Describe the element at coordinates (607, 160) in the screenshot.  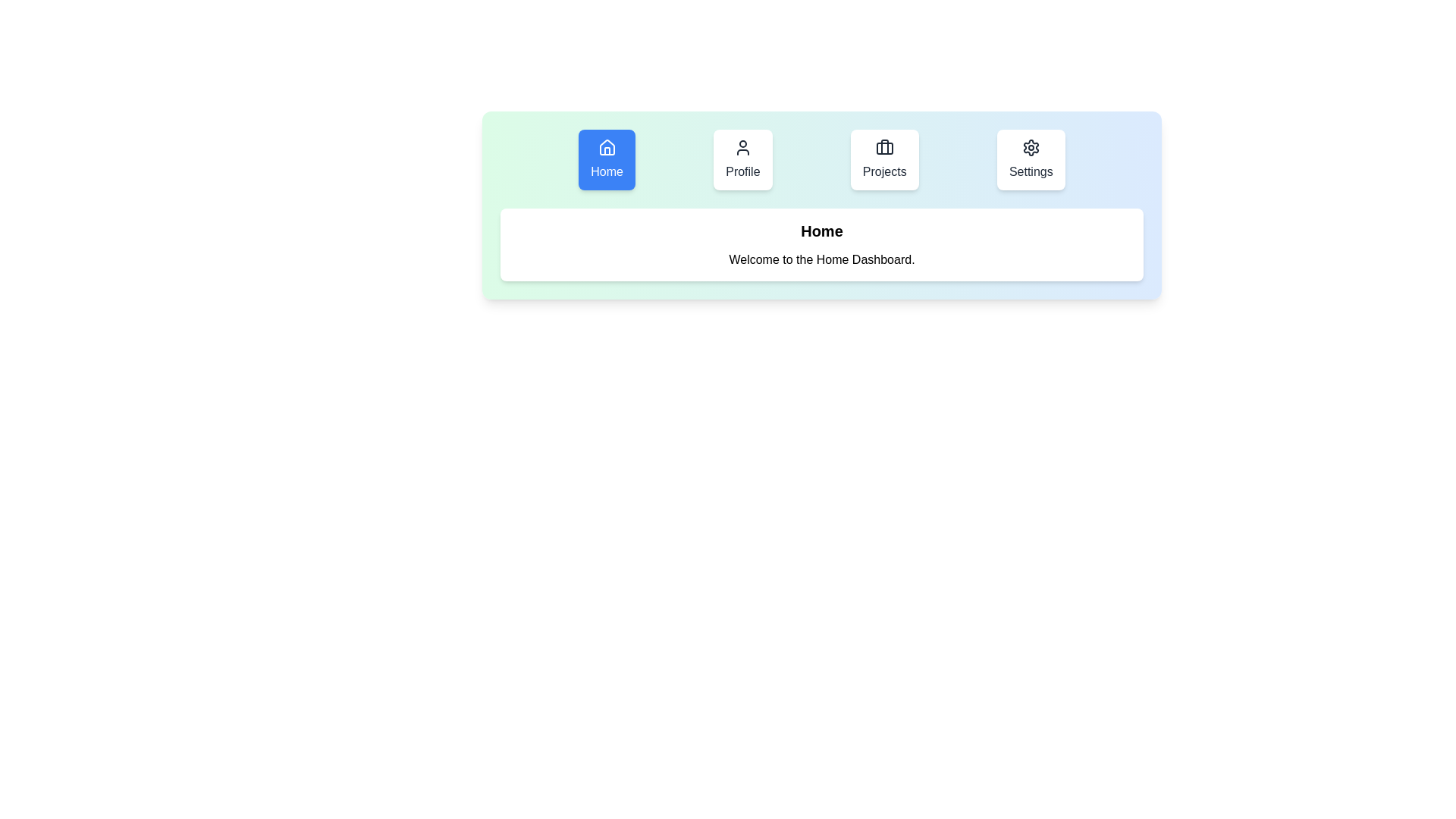
I see `the Home tab to observe its hover effect` at that location.